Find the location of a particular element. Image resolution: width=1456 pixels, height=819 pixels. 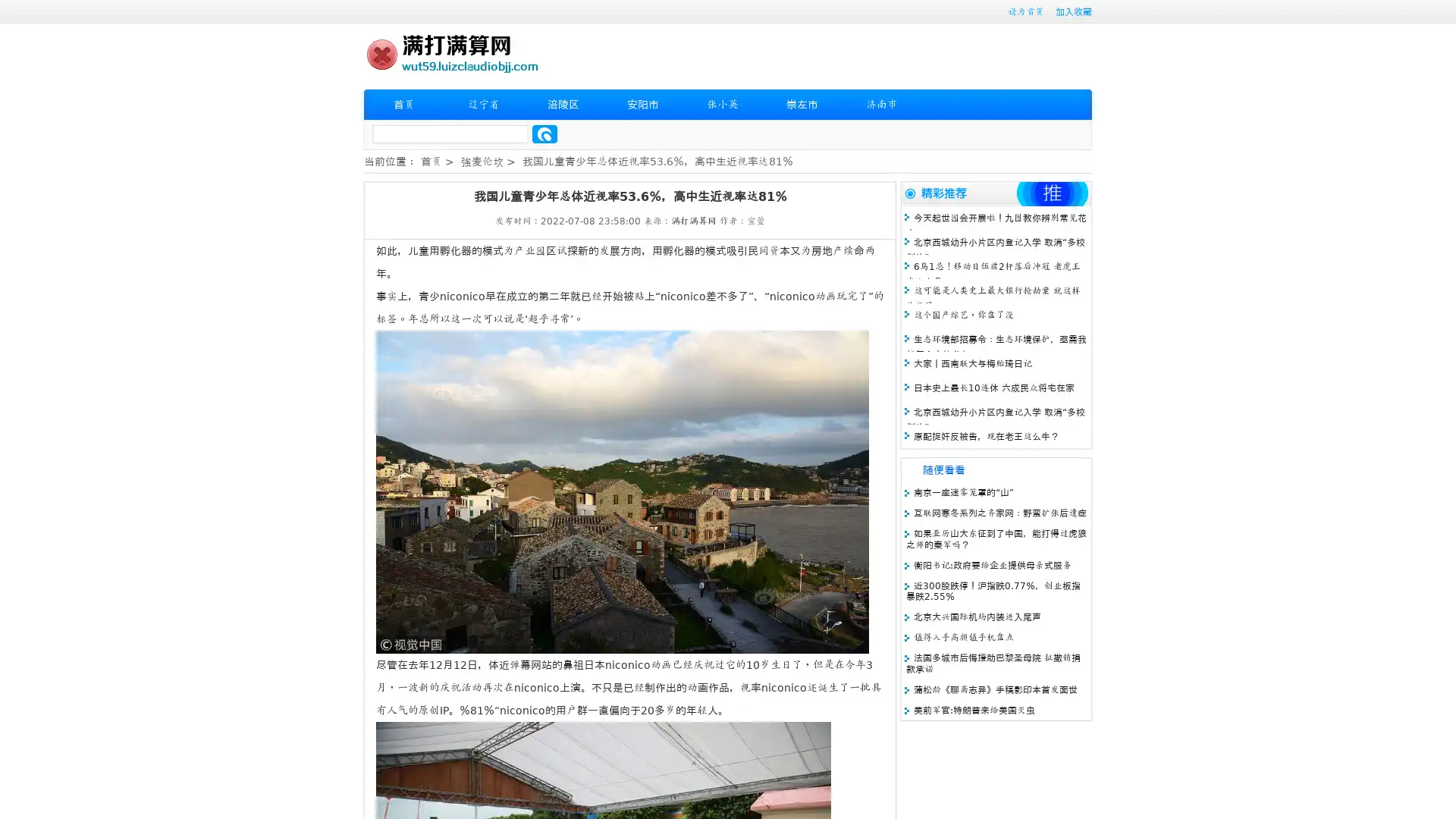

Search is located at coordinates (544, 133).